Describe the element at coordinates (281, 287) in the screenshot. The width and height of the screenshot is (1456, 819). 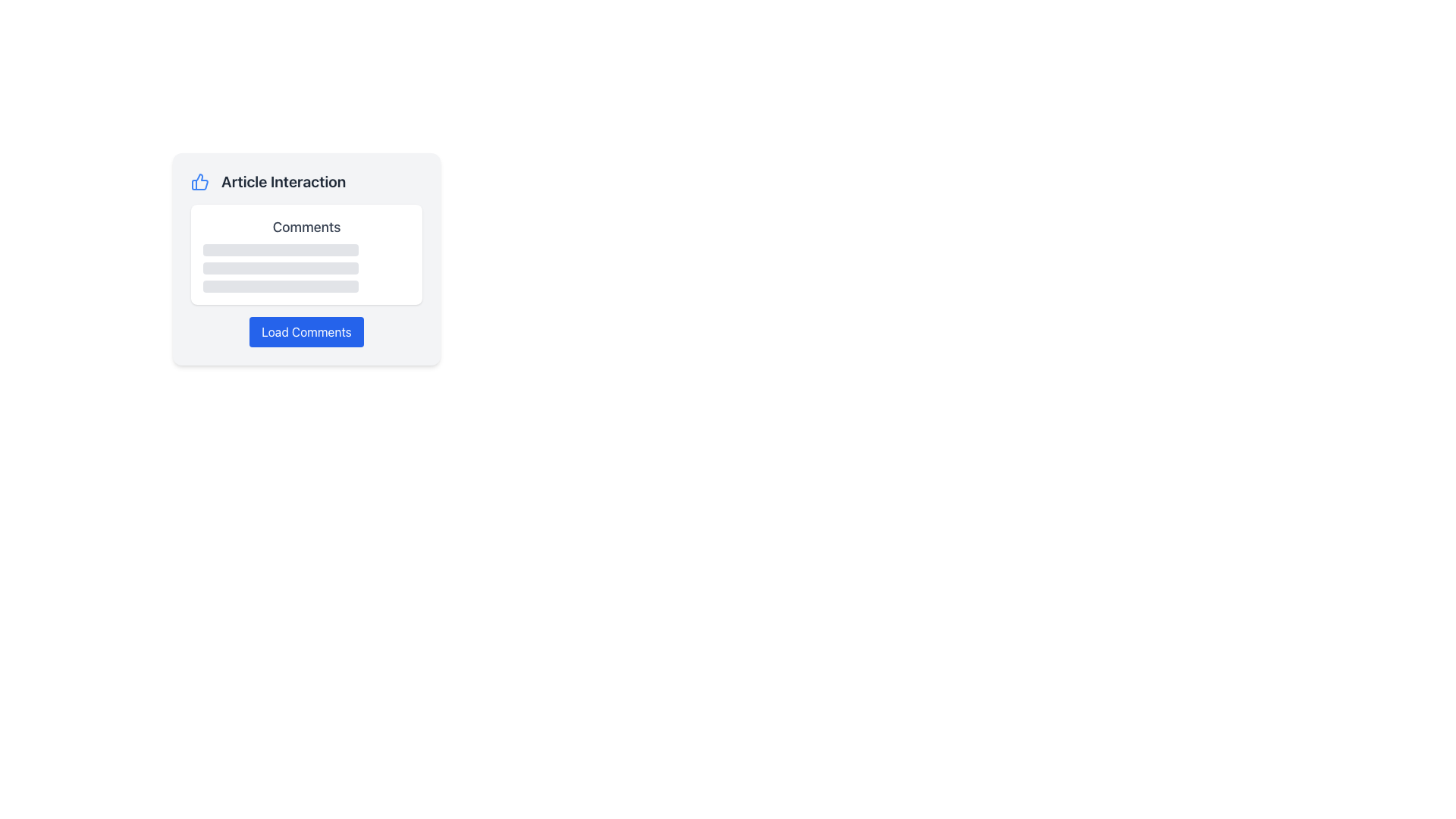
I see `the third gray bar in the 'Comments' card, which serves as a visual placeholder for loading content` at that location.